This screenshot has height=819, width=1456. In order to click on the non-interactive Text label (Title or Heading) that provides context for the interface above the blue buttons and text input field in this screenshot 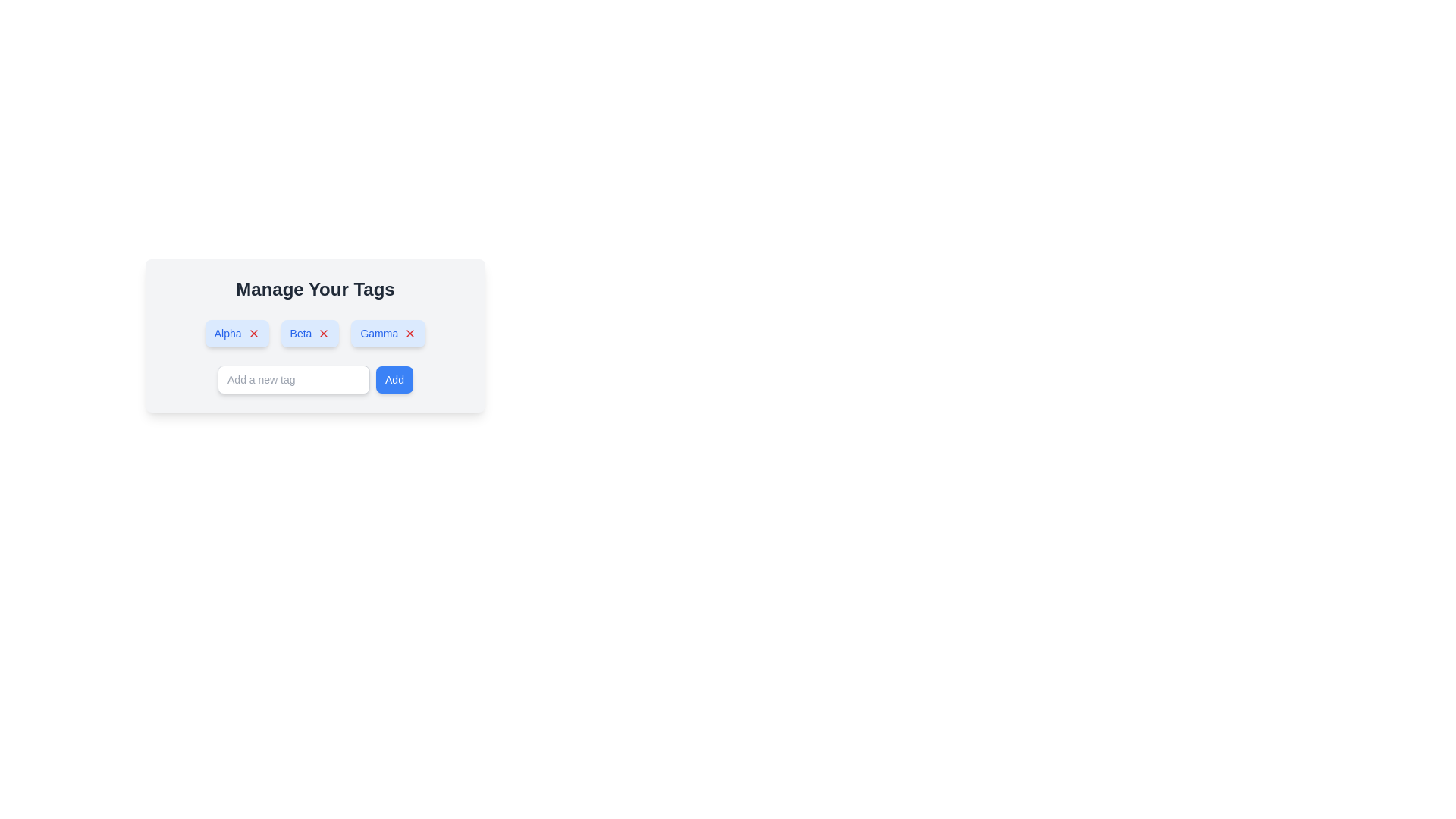, I will do `click(315, 289)`.